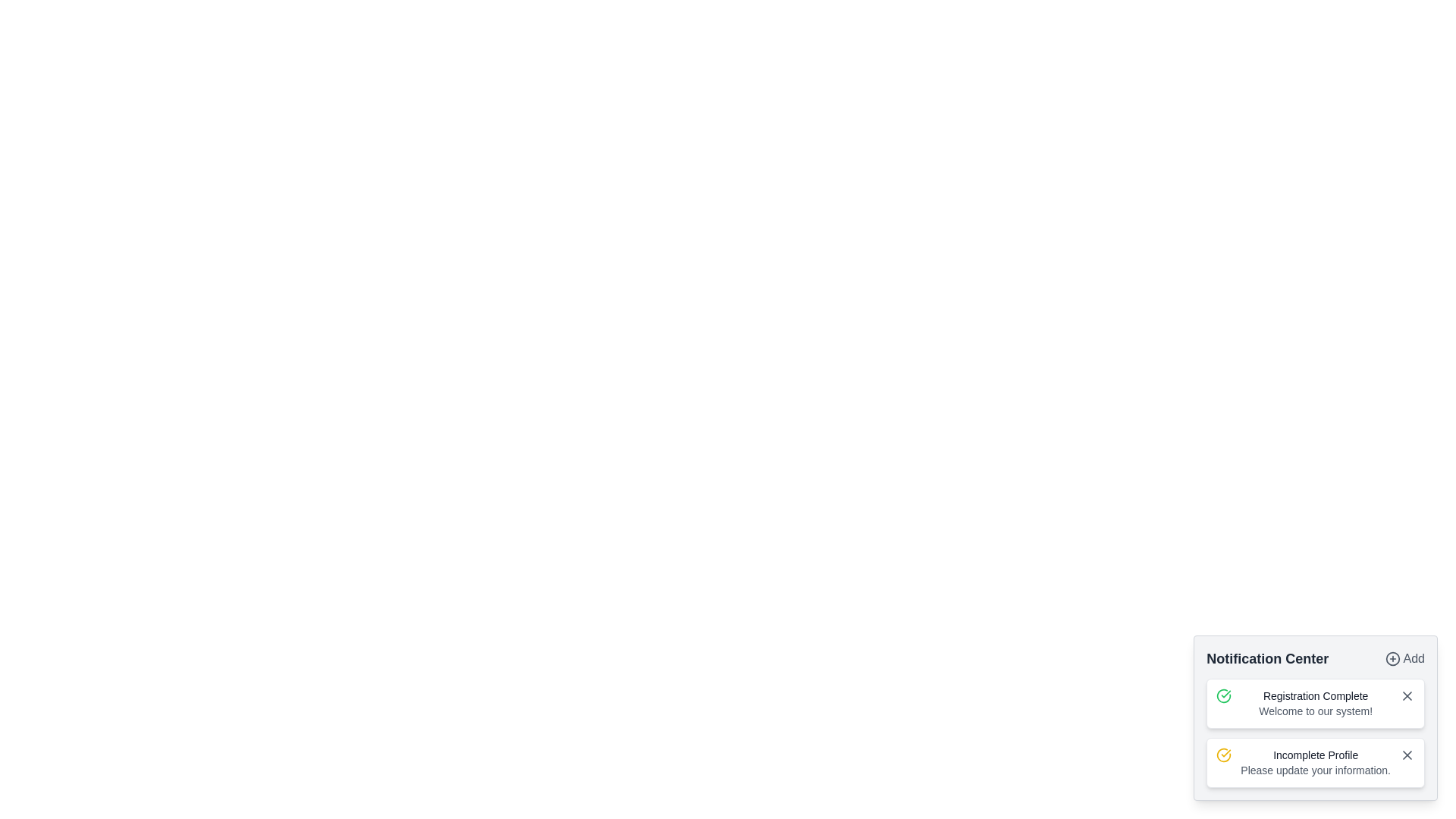 This screenshot has height=819, width=1456. I want to click on the 'Incomplete Profile' text label within the Notification Center to interact with it, so click(1315, 755).